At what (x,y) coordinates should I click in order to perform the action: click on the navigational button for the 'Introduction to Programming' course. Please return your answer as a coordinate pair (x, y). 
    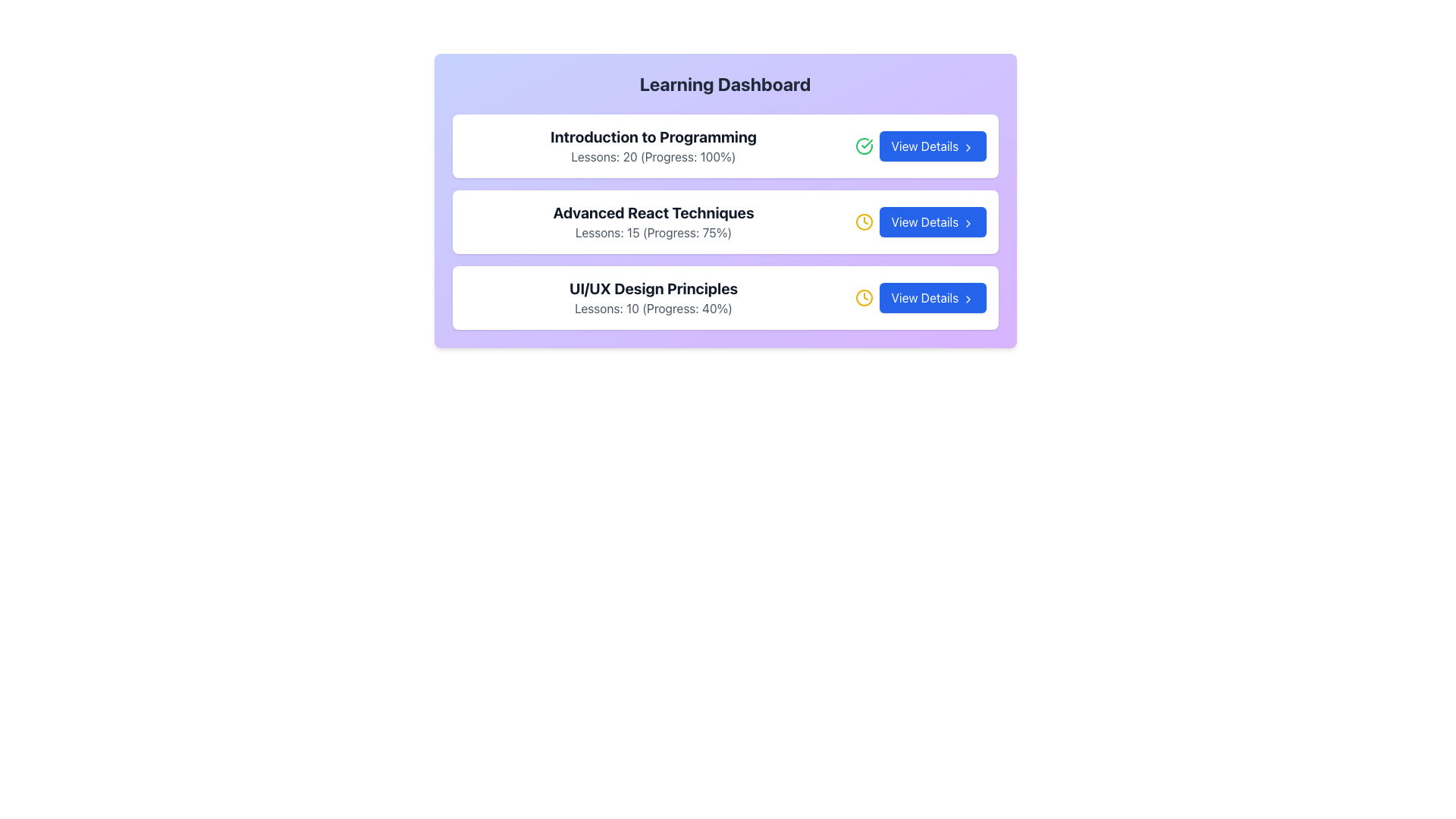
    Looking at the image, I should click on (920, 146).